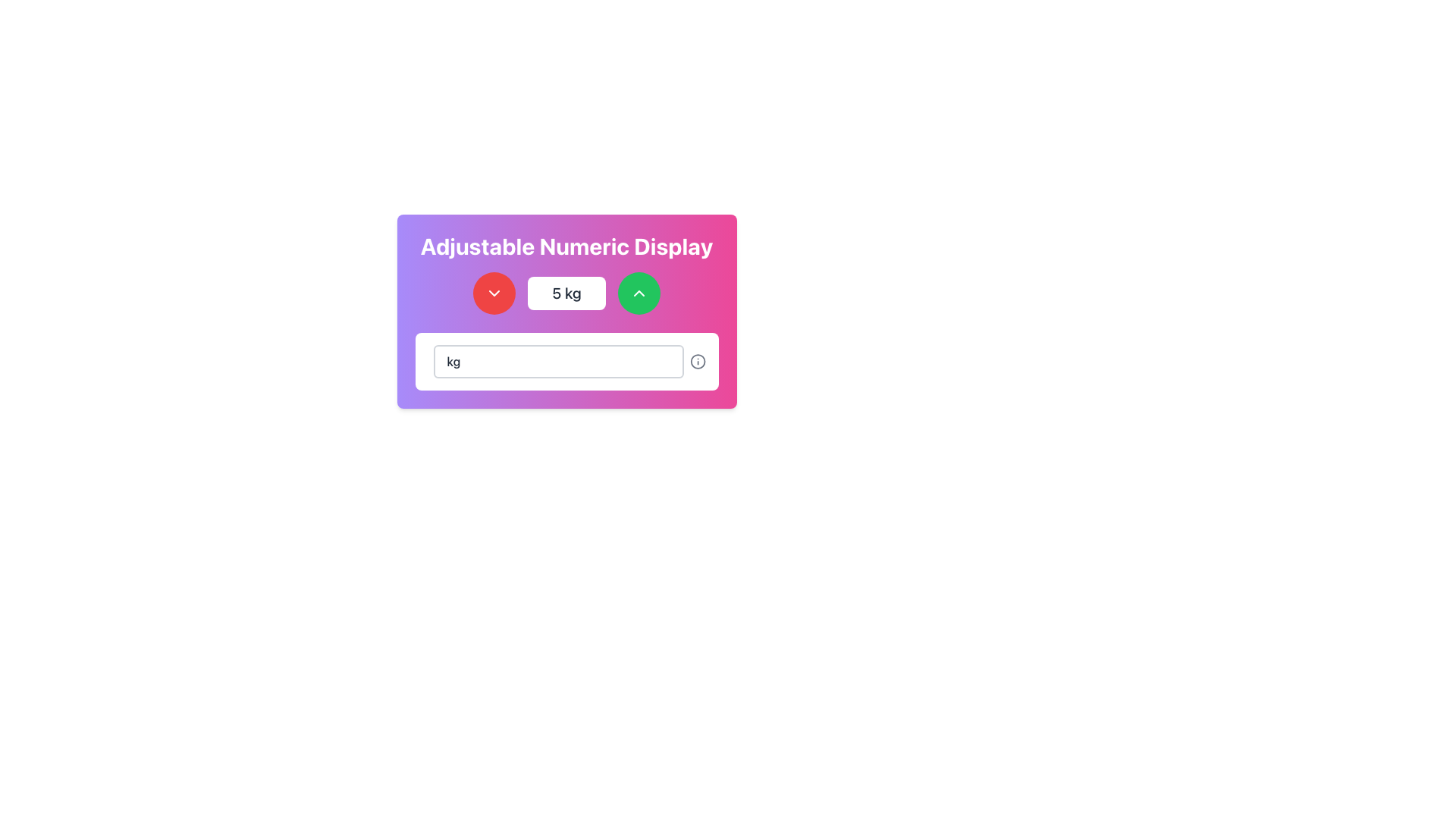 This screenshot has height=819, width=1456. Describe the element at coordinates (566, 245) in the screenshot. I see `the Text Label that serves as a title or header for the interface, positioned at the top center above the numeric display interface` at that location.